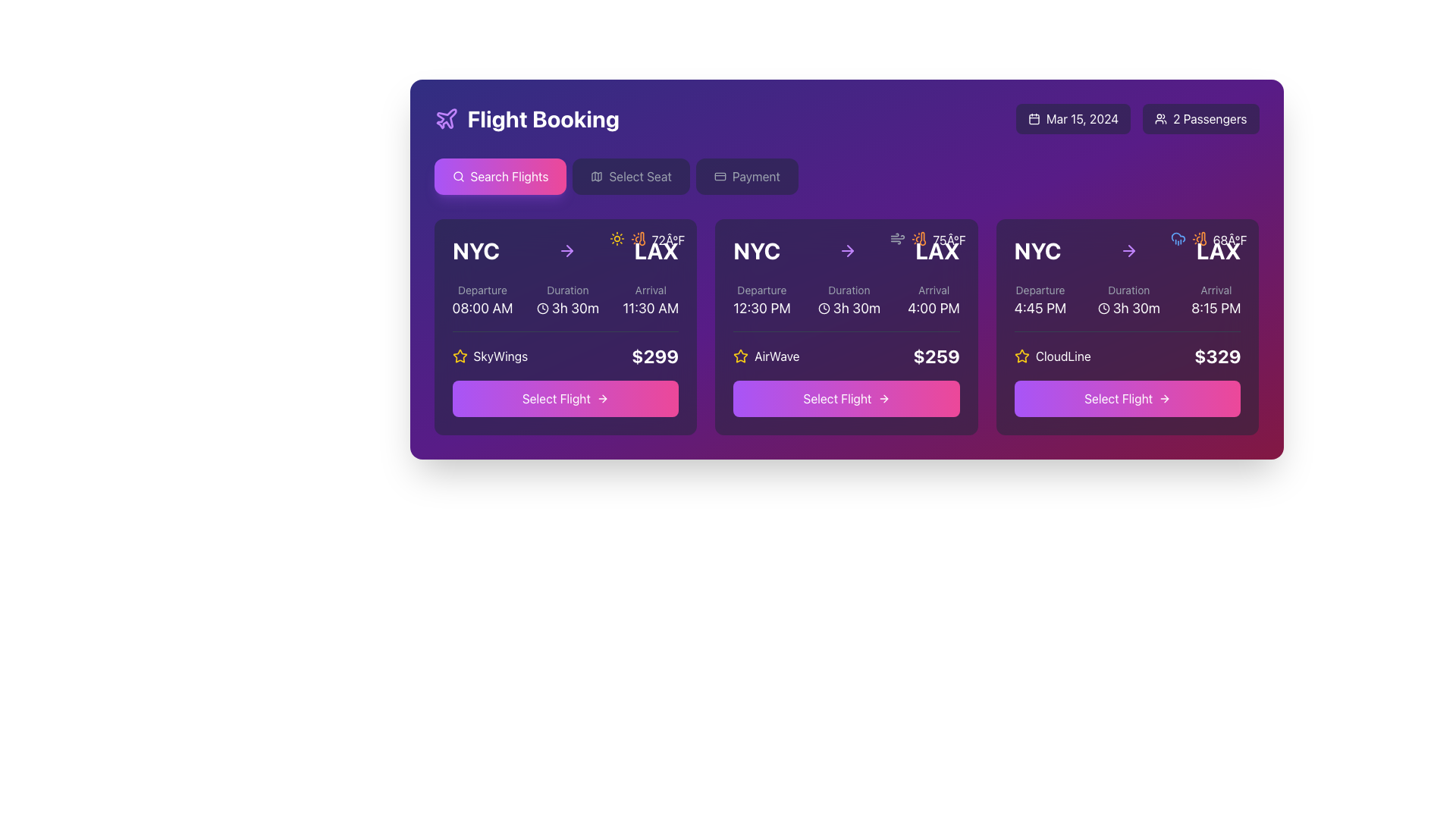 Image resolution: width=1456 pixels, height=819 pixels. What do you see at coordinates (1021, 356) in the screenshot?
I see `the star-shaped icon with a yellow border and purple fill located next to the text 'SkyWings' in the flight options card layout` at bounding box center [1021, 356].